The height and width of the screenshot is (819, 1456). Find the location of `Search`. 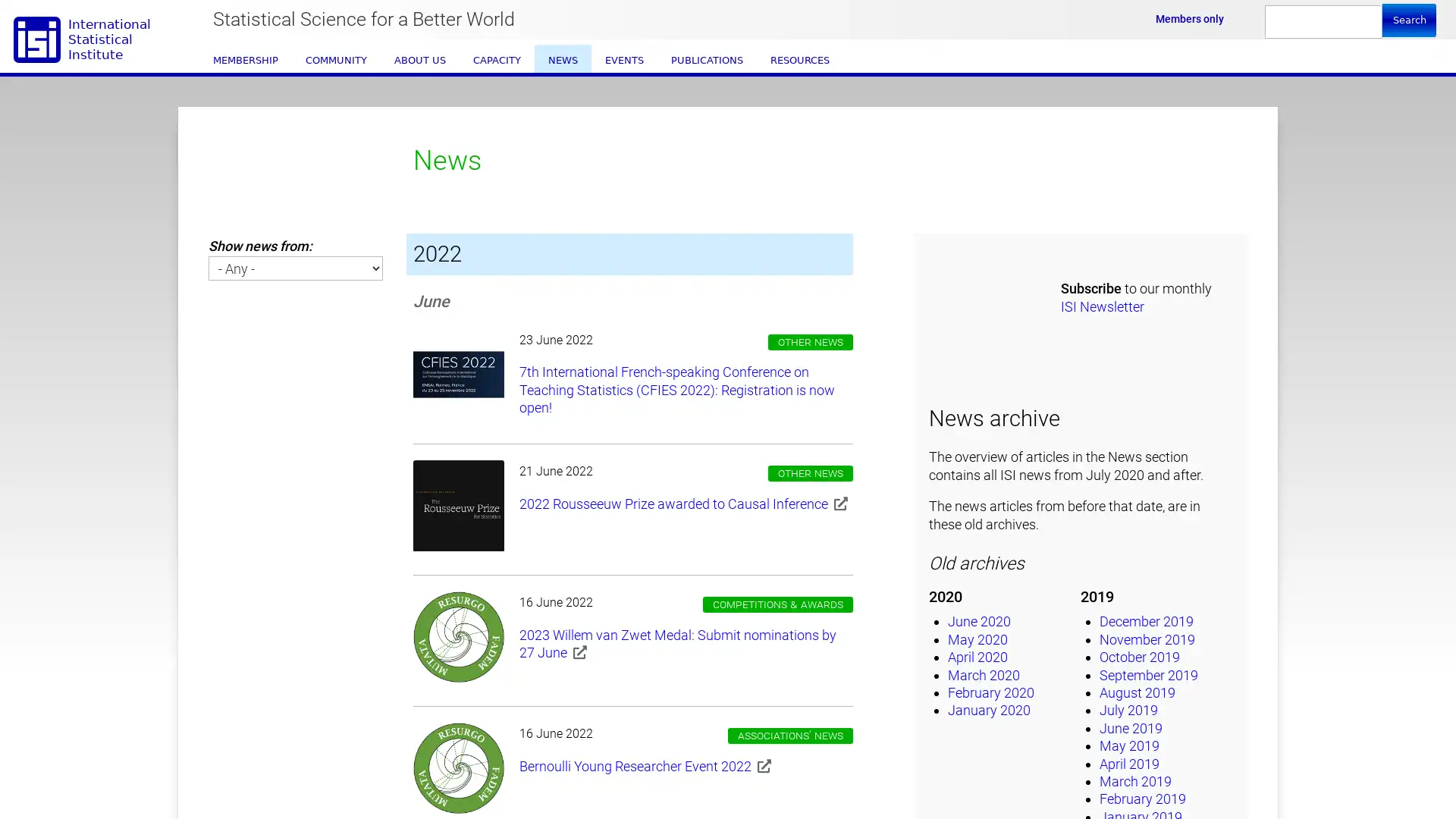

Search is located at coordinates (1407, 20).